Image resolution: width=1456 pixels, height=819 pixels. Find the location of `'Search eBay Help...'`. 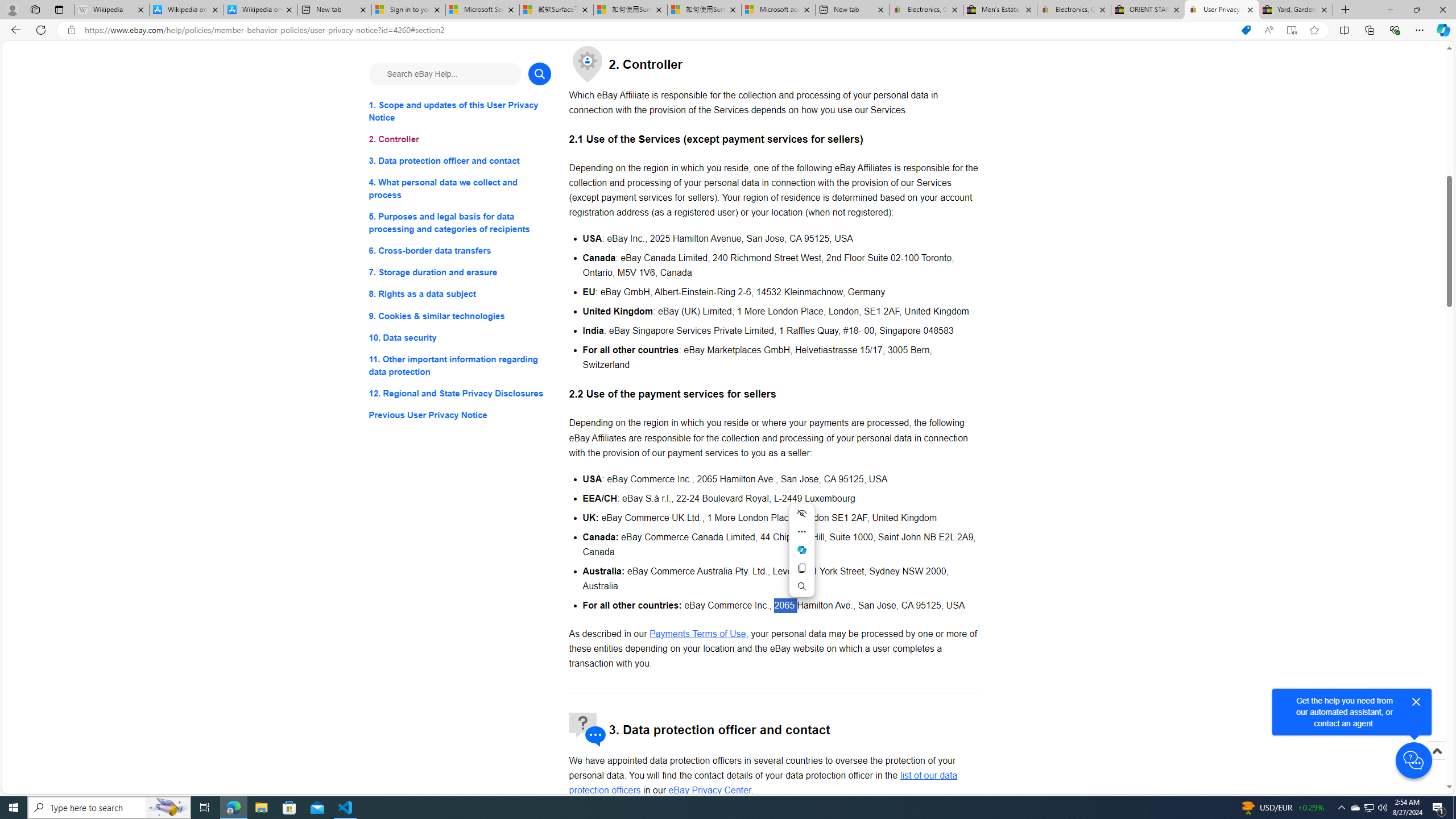

'Search eBay Help...' is located at coordinates (445, 73).